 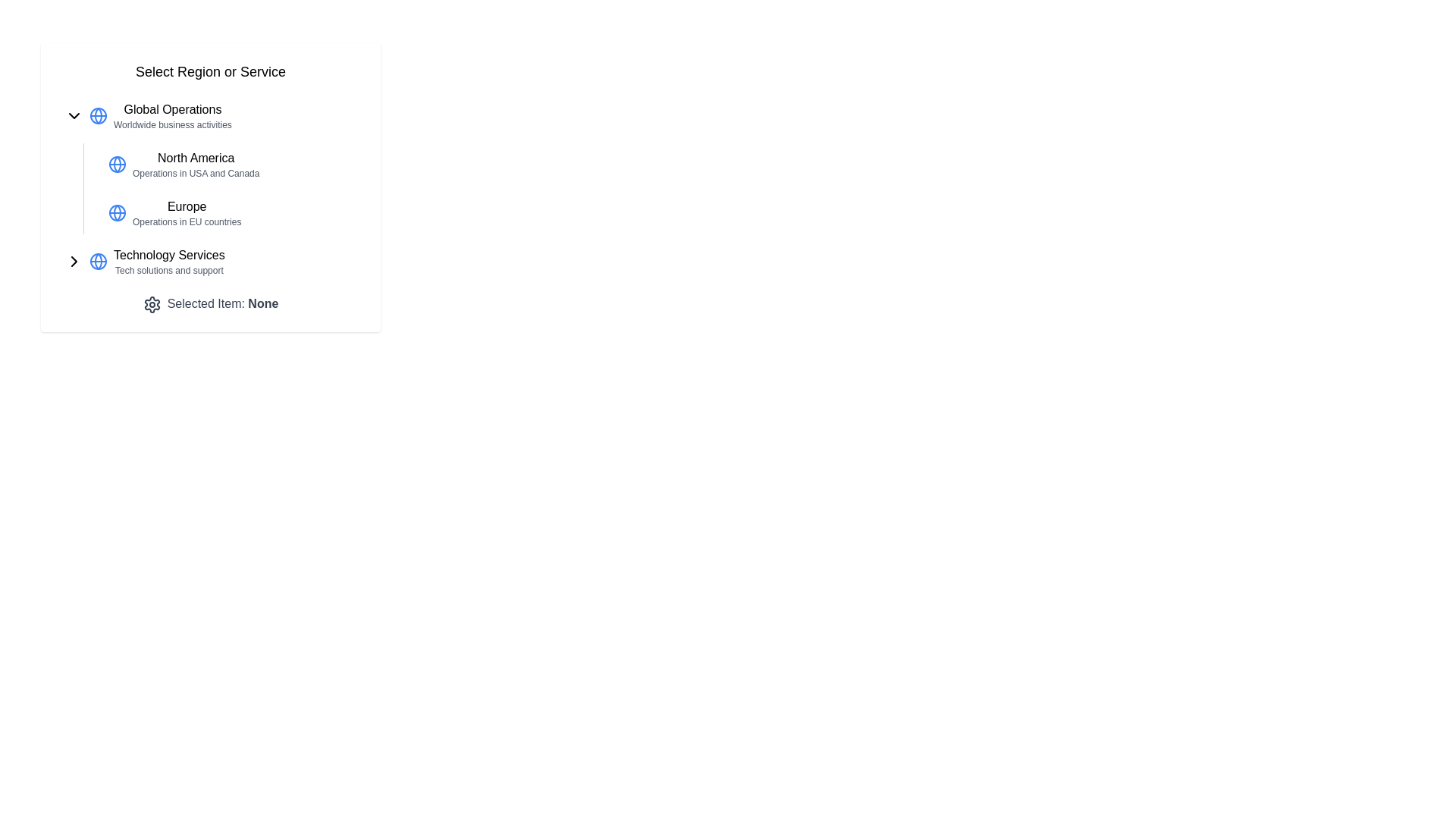 What do you see at coordinates (228, 164) in the screenshot?
I see `the 'North America' selectable list item, which features a blue globe icon and a description below the main text, to highlight it` at bounding box center [228, 164].